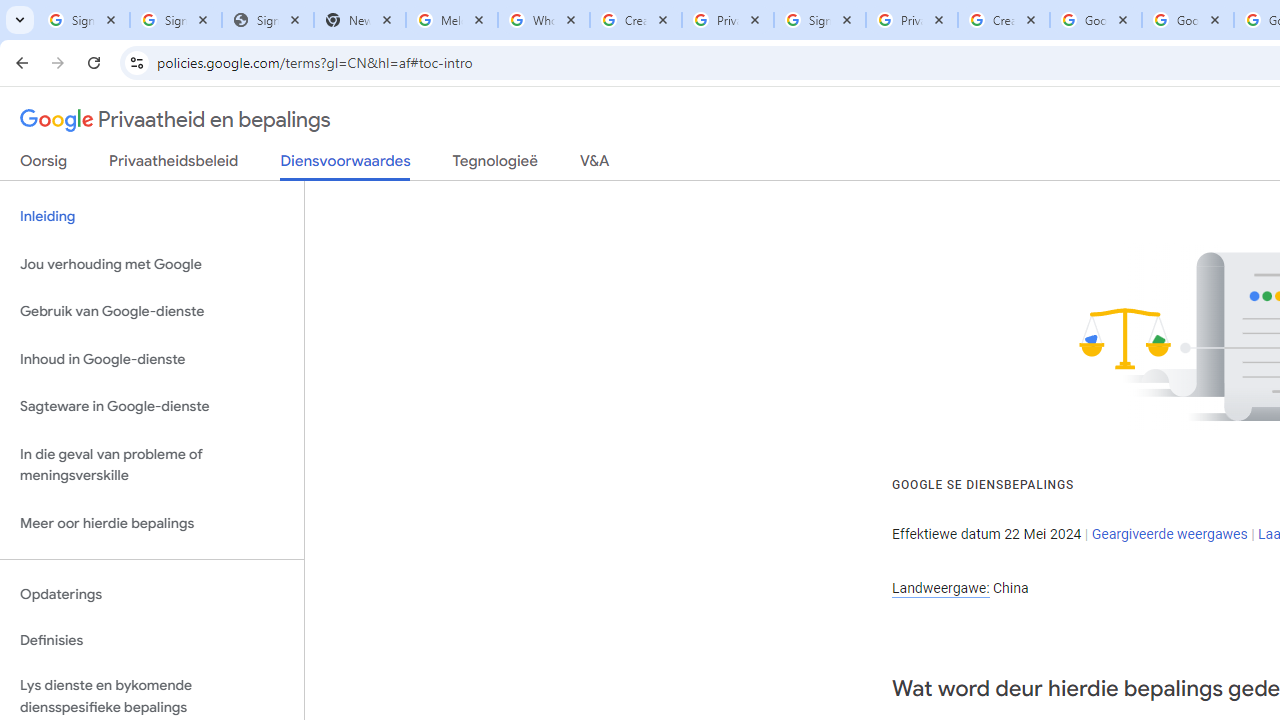  What do you see at coordinates (151, 522) in the screenshot?
I see `'Meer oor hierdie bepalings'` at bounding box center [151, 522].